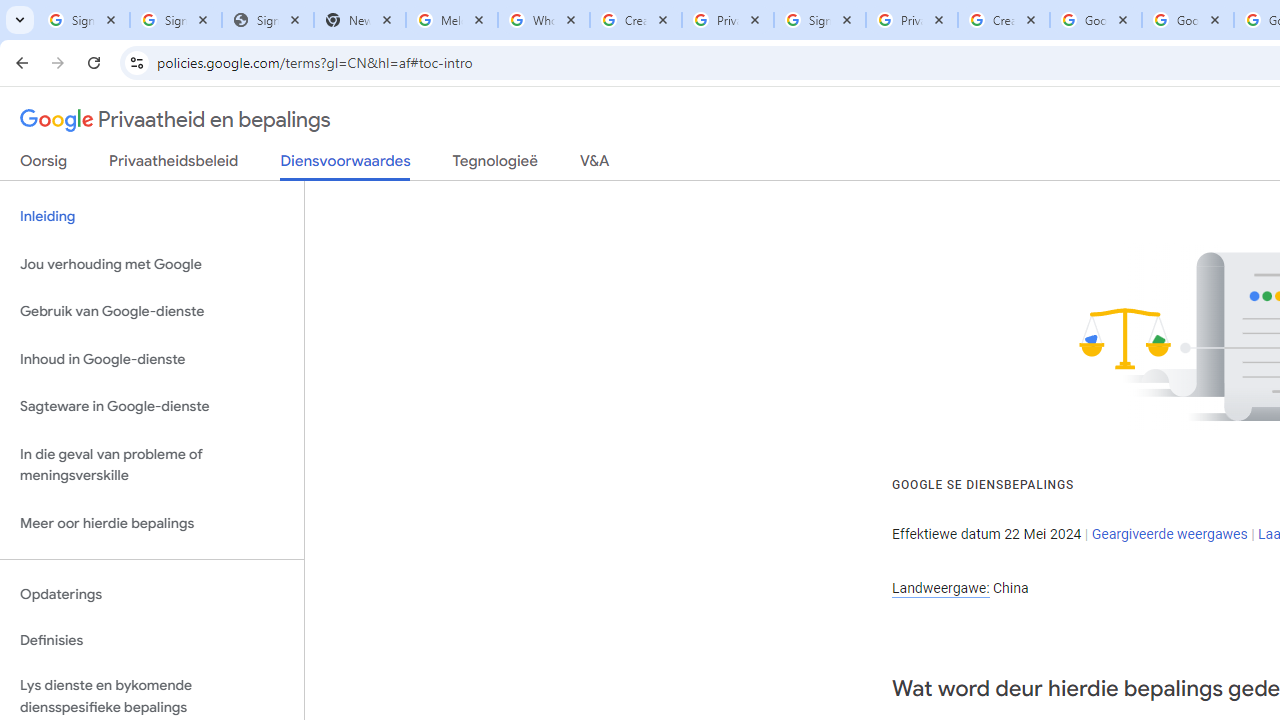  What do you see at coordinates (151, 522) in the screenshot?
I see `'Meer oor hierdie bepalings'` at bounding box center [151, 522].